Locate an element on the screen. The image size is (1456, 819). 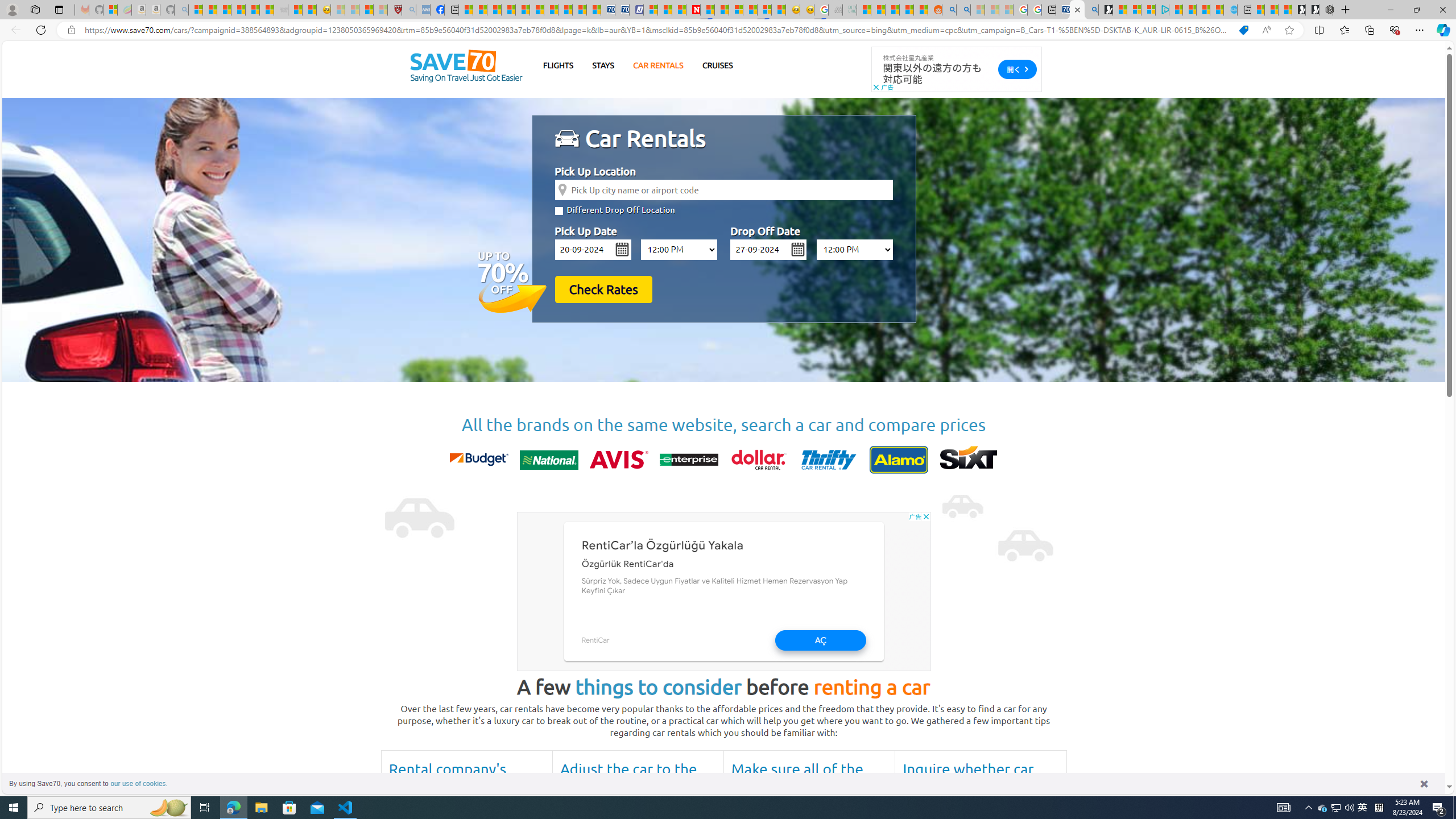
'Navy Quest' is located at coordinates (835, 9).